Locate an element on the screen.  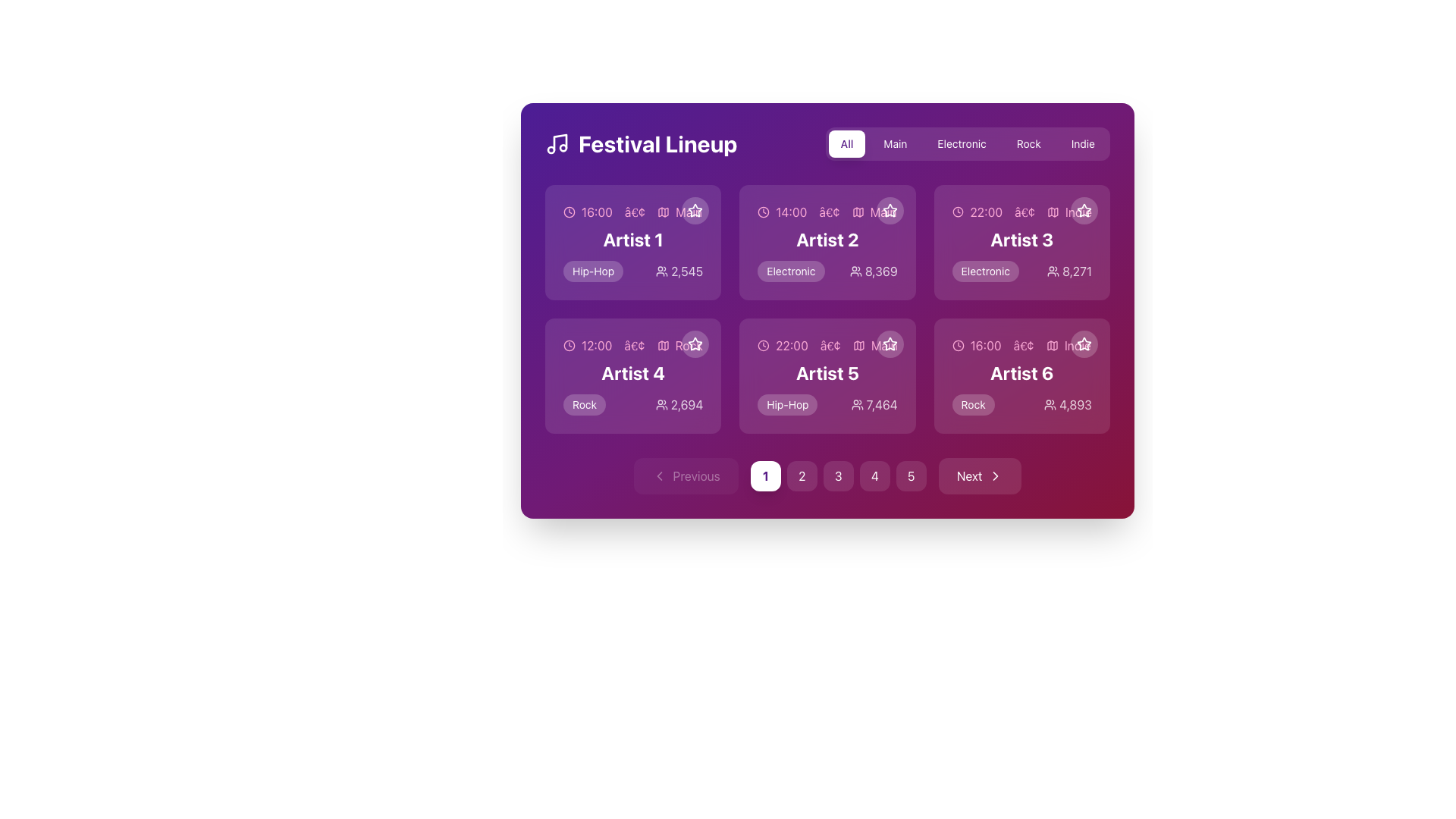
the small circular button with a star-shaped icon located in the top-right corner of the card for 'Artist 3' is located at coordinates (1084, 210).